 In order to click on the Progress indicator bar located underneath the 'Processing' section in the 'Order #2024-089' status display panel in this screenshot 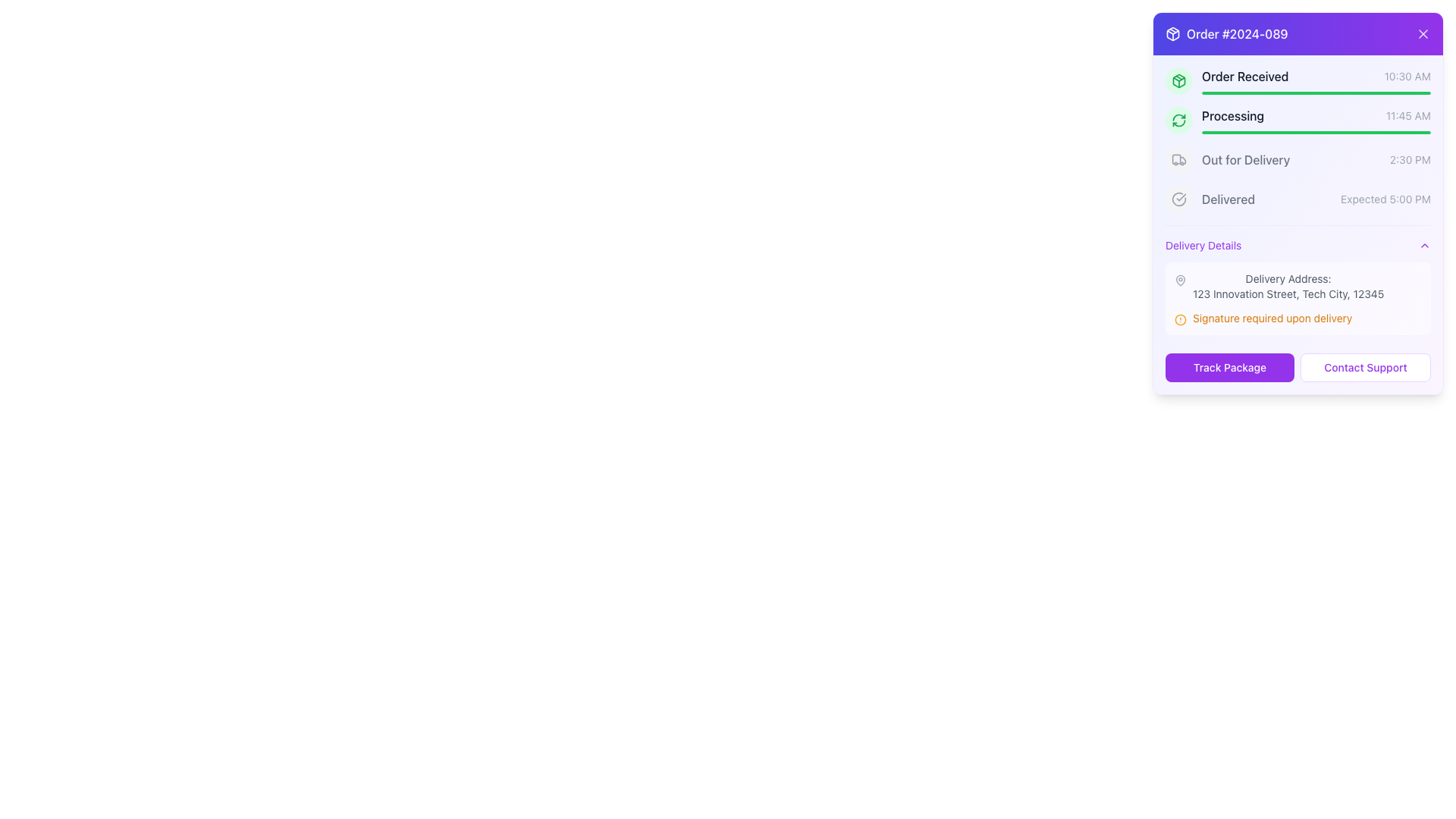, I will do `click(1316, 131)`.